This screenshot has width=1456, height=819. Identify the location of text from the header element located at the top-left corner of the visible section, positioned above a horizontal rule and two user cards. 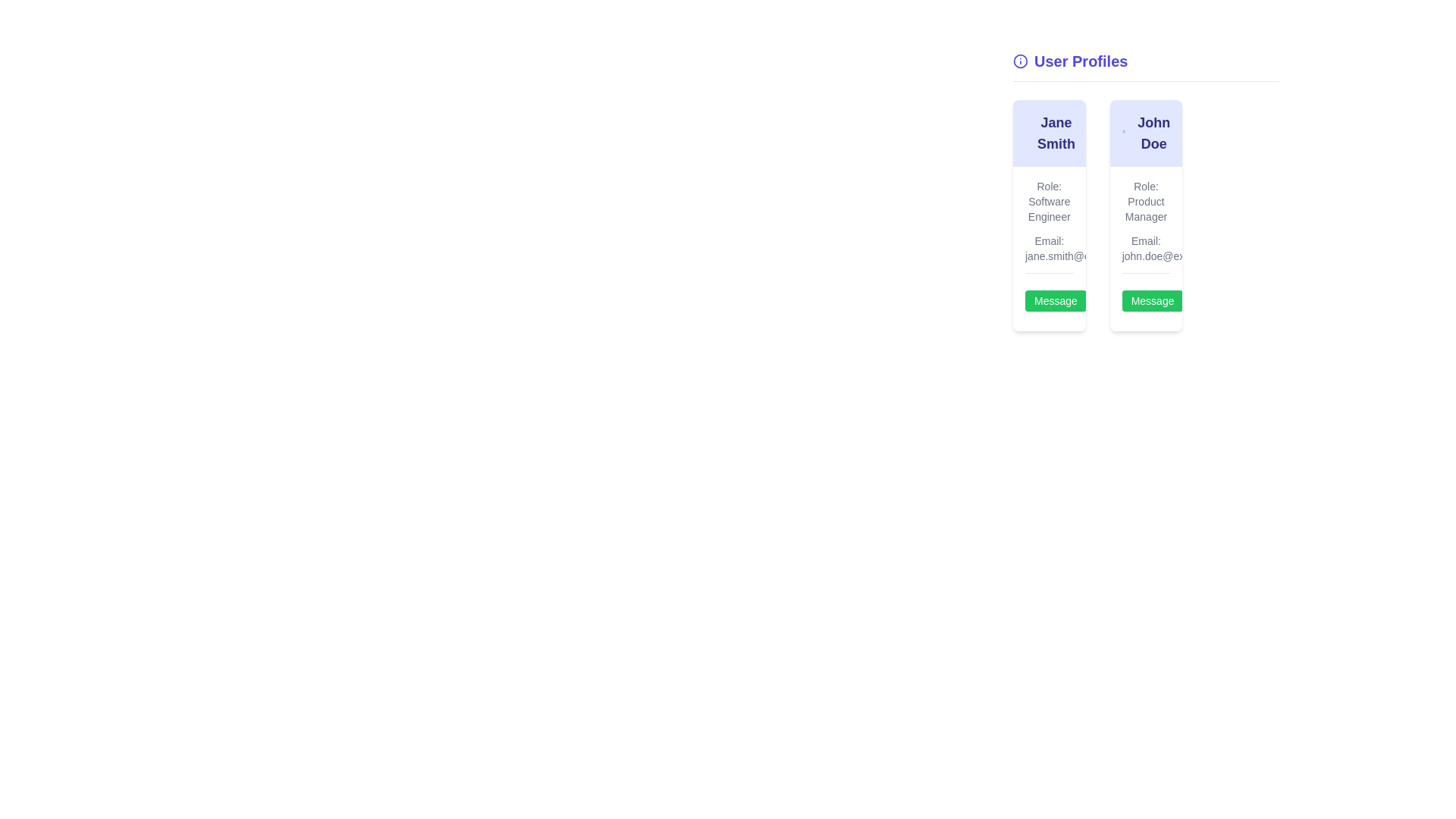
(1069, 61).